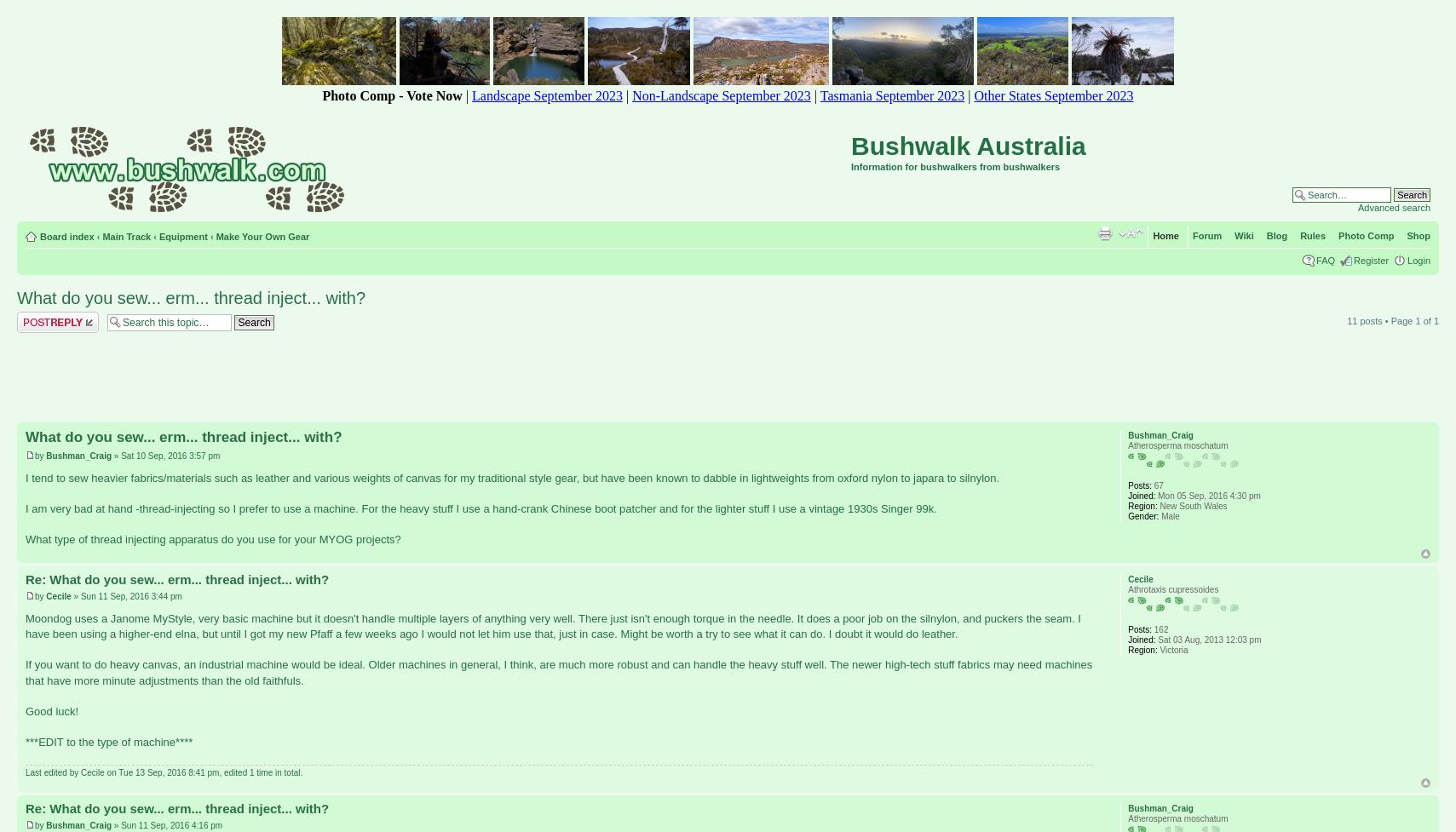 The image size is (1456, 832). I want to click on 'Blog', so click(1276, 234).